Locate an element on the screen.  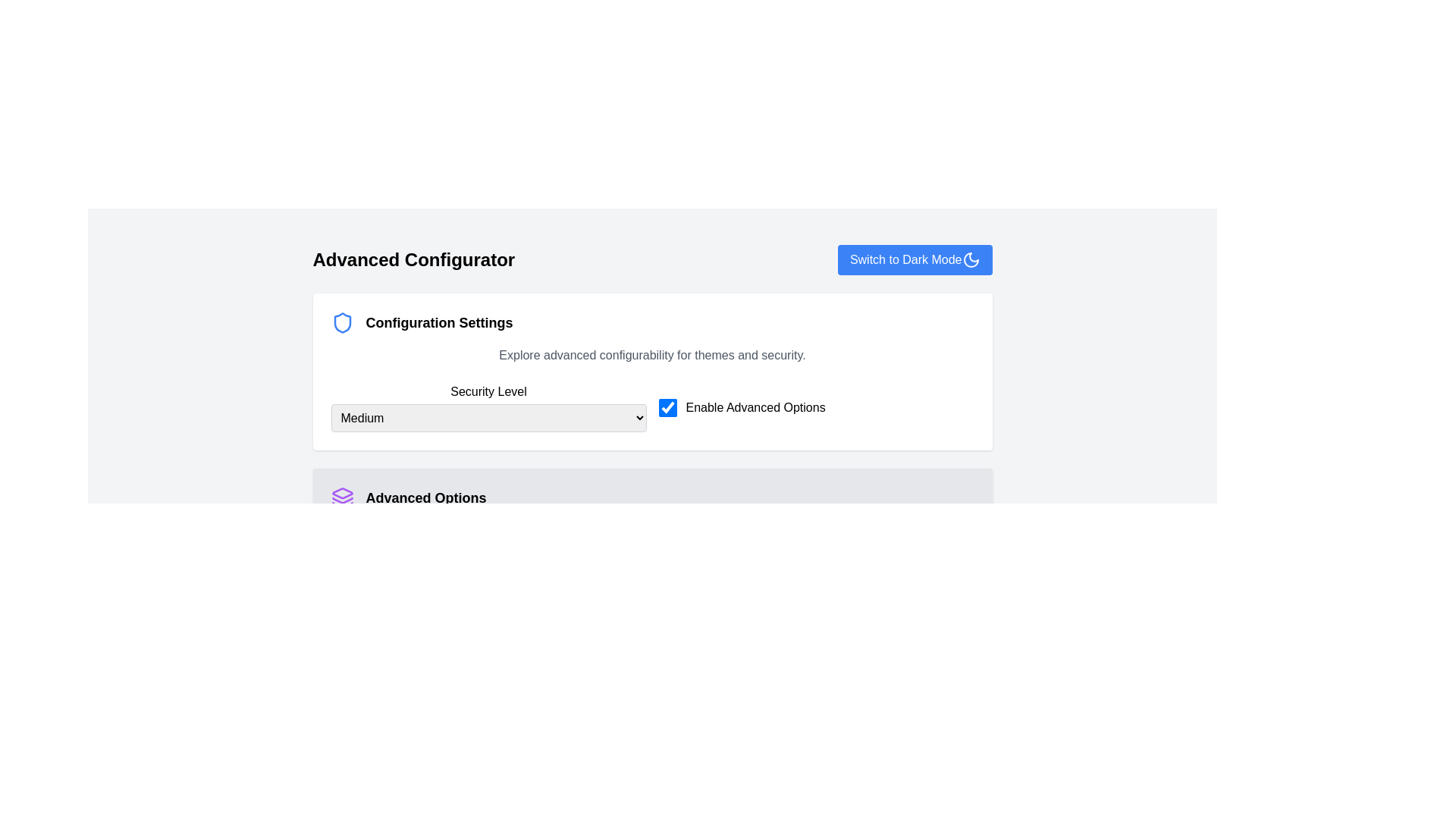
the Dropdown menu for selecting a security level within the 'Configuration Settings' panel is located at coordinates (488, 406).